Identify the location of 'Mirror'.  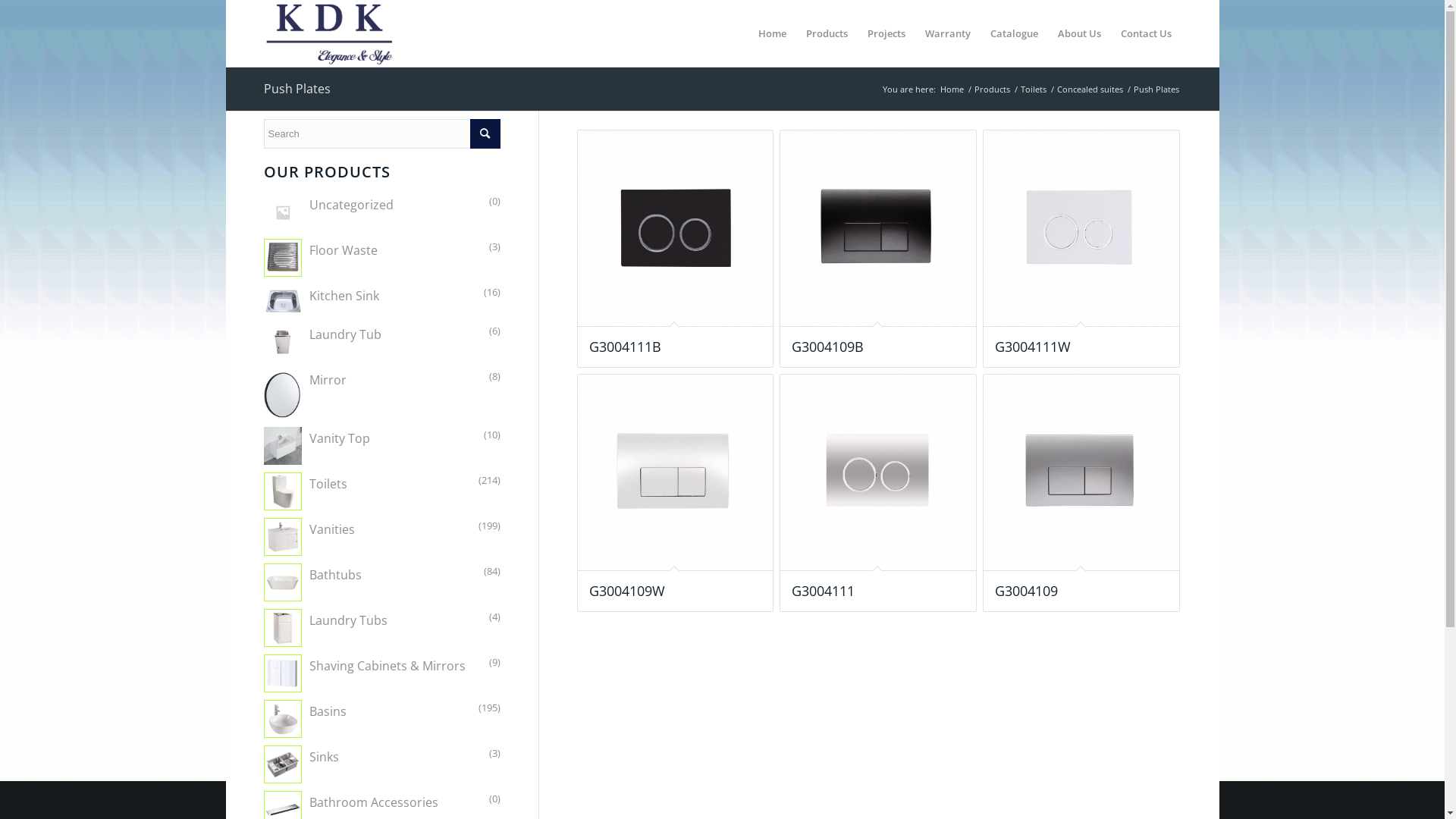
(283, 393).